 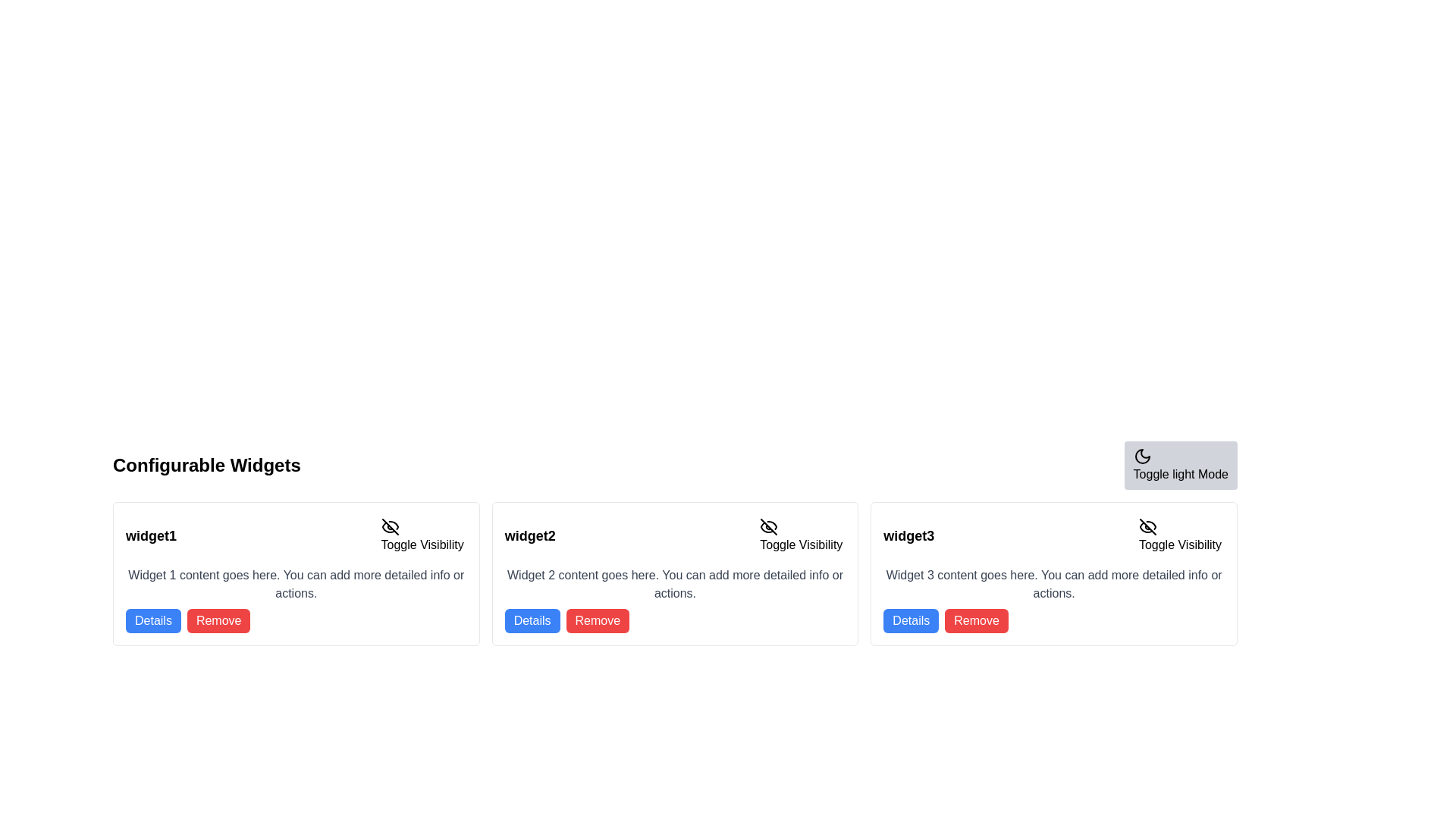 What do you see at coordinates (1142, 455) in the screenshot?
I see `the moon-shaped icon located next to the 'Toggle light Mode' text in the top-right area of the interface` at bounding box center [1142, 455].